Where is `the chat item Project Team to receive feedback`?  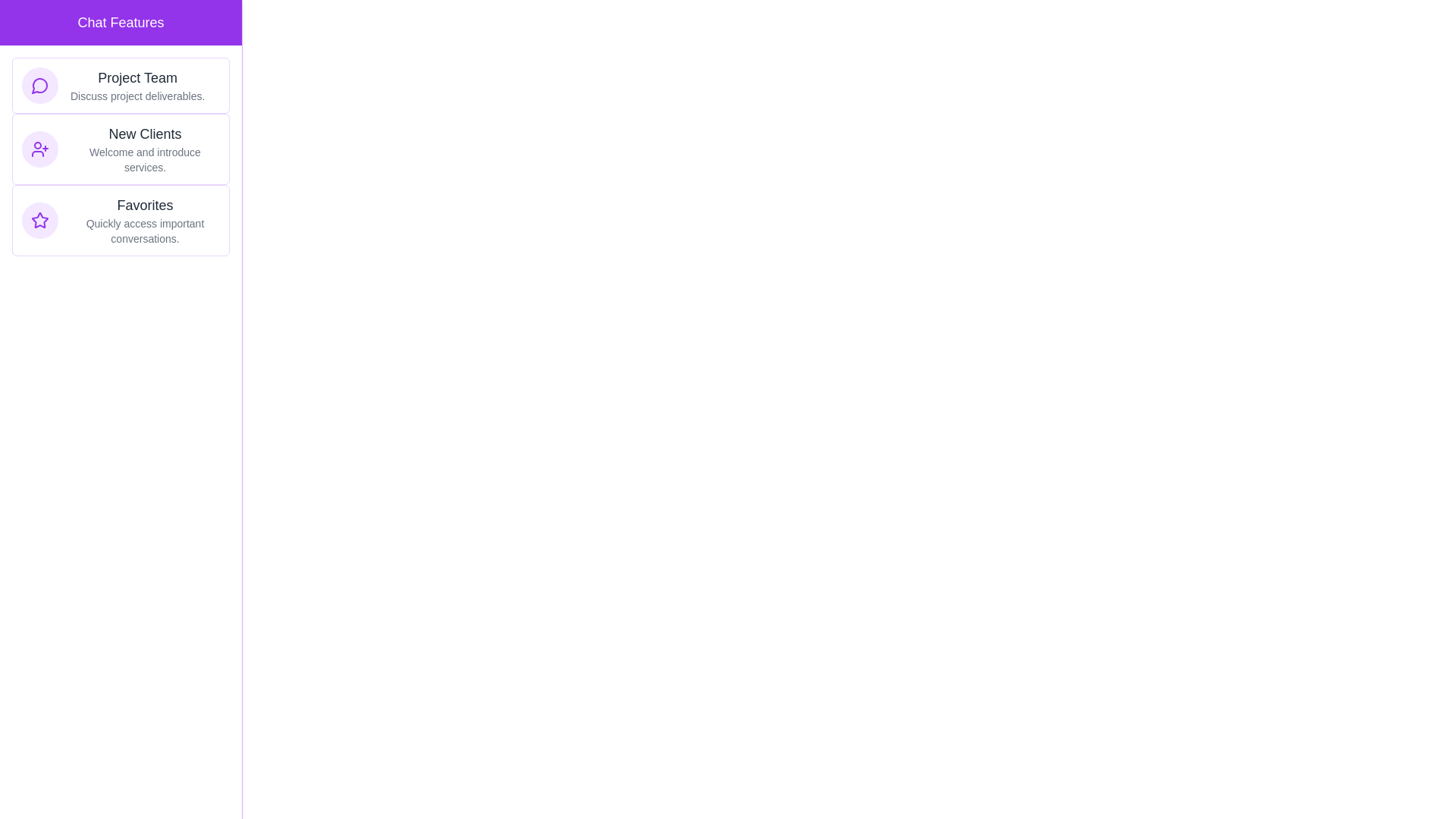 the chat item Project Team to receive feedback is located at coordinates (120, 85).